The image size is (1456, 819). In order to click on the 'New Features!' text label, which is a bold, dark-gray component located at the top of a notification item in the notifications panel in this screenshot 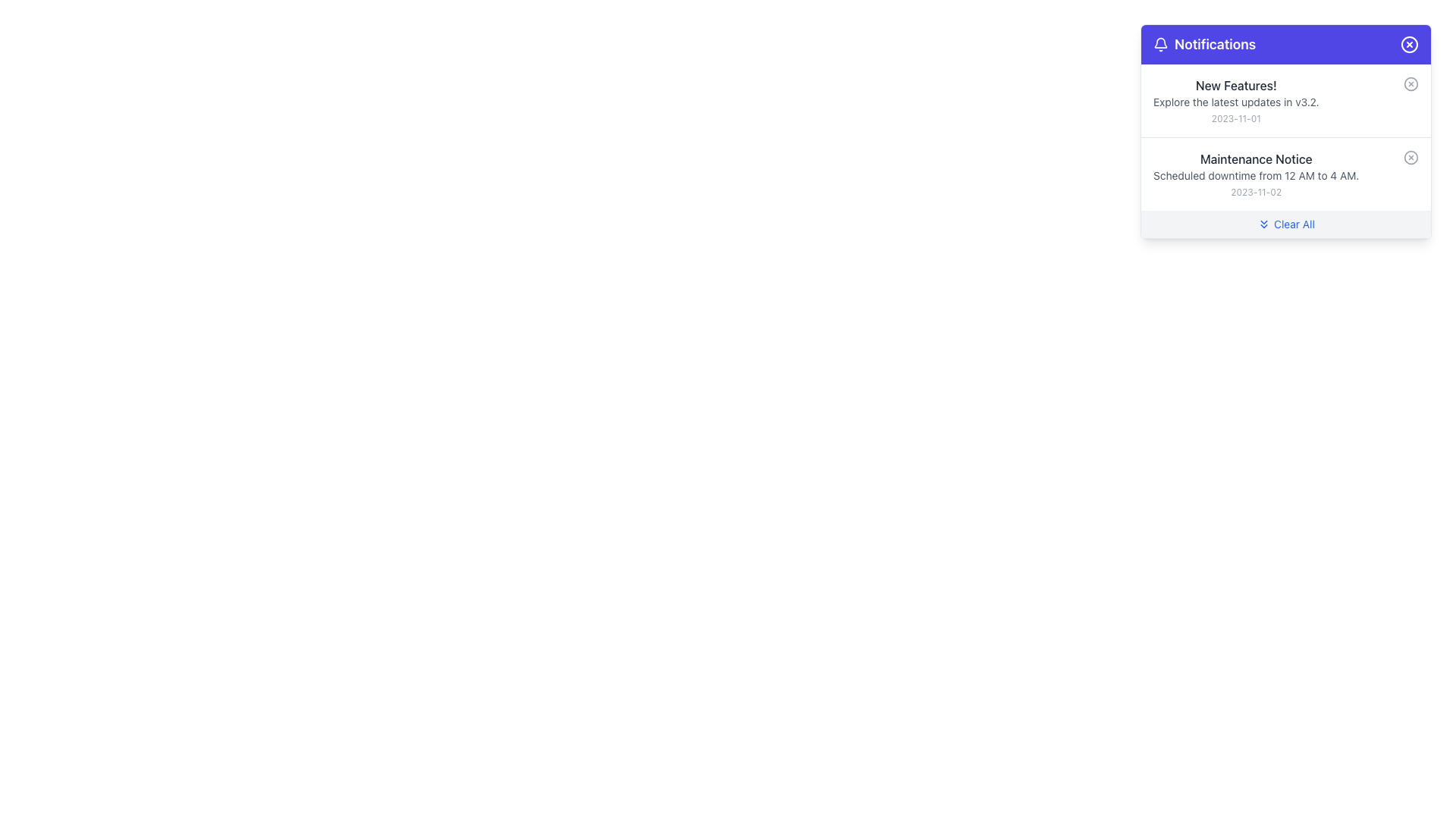, I will do `click(1236, 85)`.